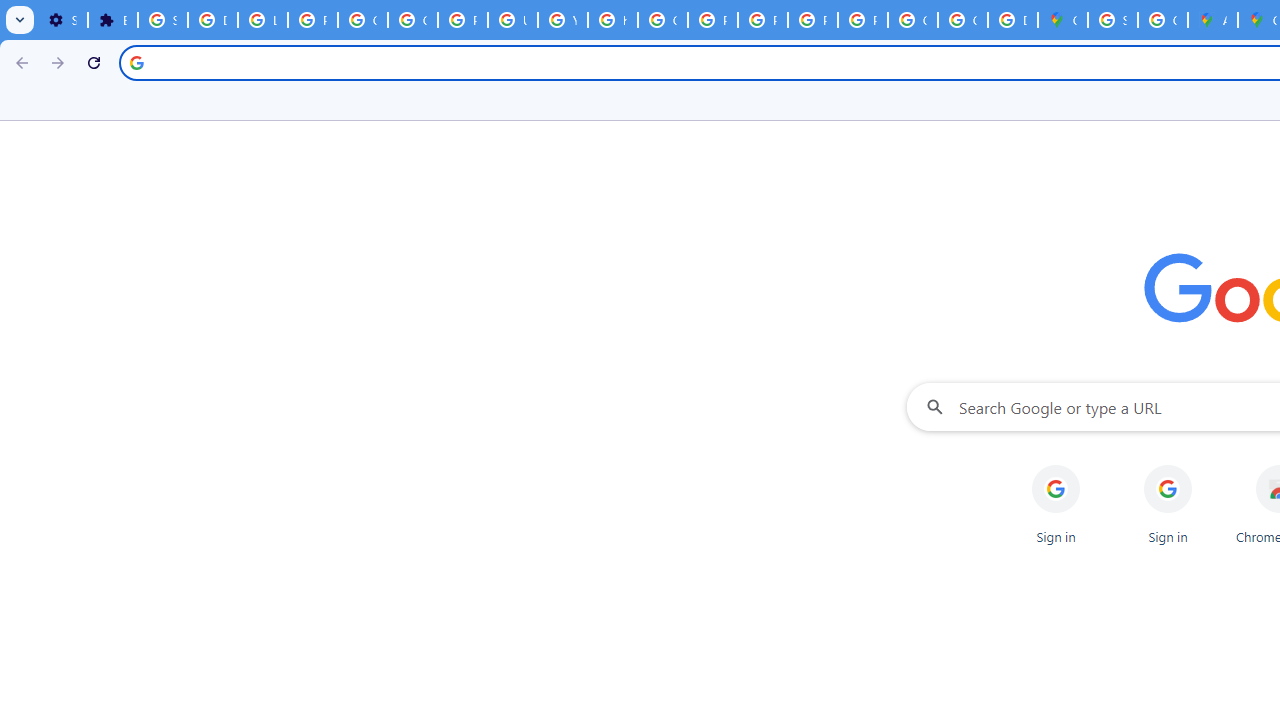  What do you see at coordinates (1062, 20) in the screenshot?
I see `'Google Maps'` at bounding box center [1062, 20].